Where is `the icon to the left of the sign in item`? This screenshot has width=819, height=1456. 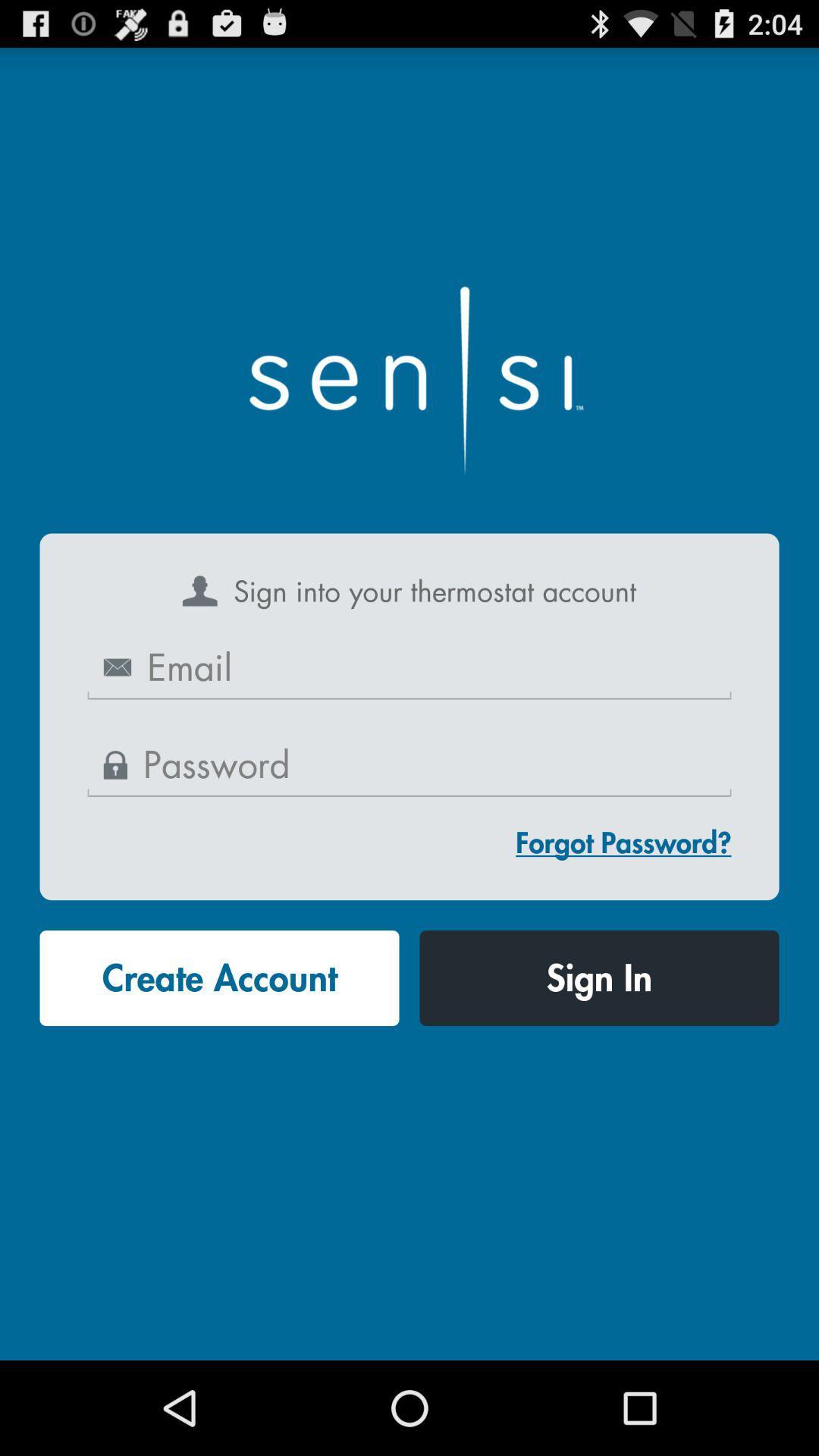 the icon to the left of the sign in item is located at coordinates (219, 978).